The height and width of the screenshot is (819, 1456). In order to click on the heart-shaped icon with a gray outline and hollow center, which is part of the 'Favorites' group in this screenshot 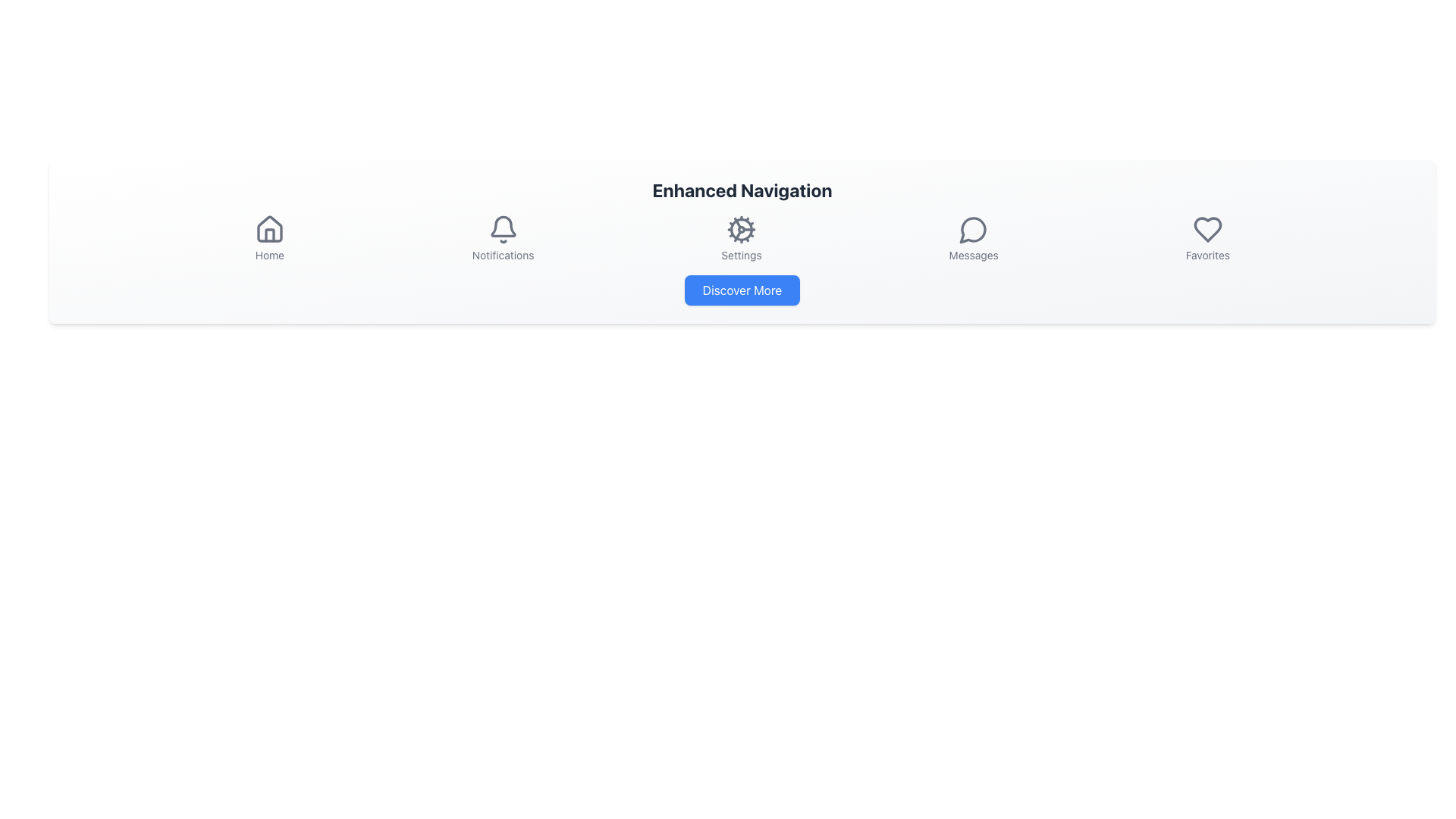, I will do `click(1207, 230)`.